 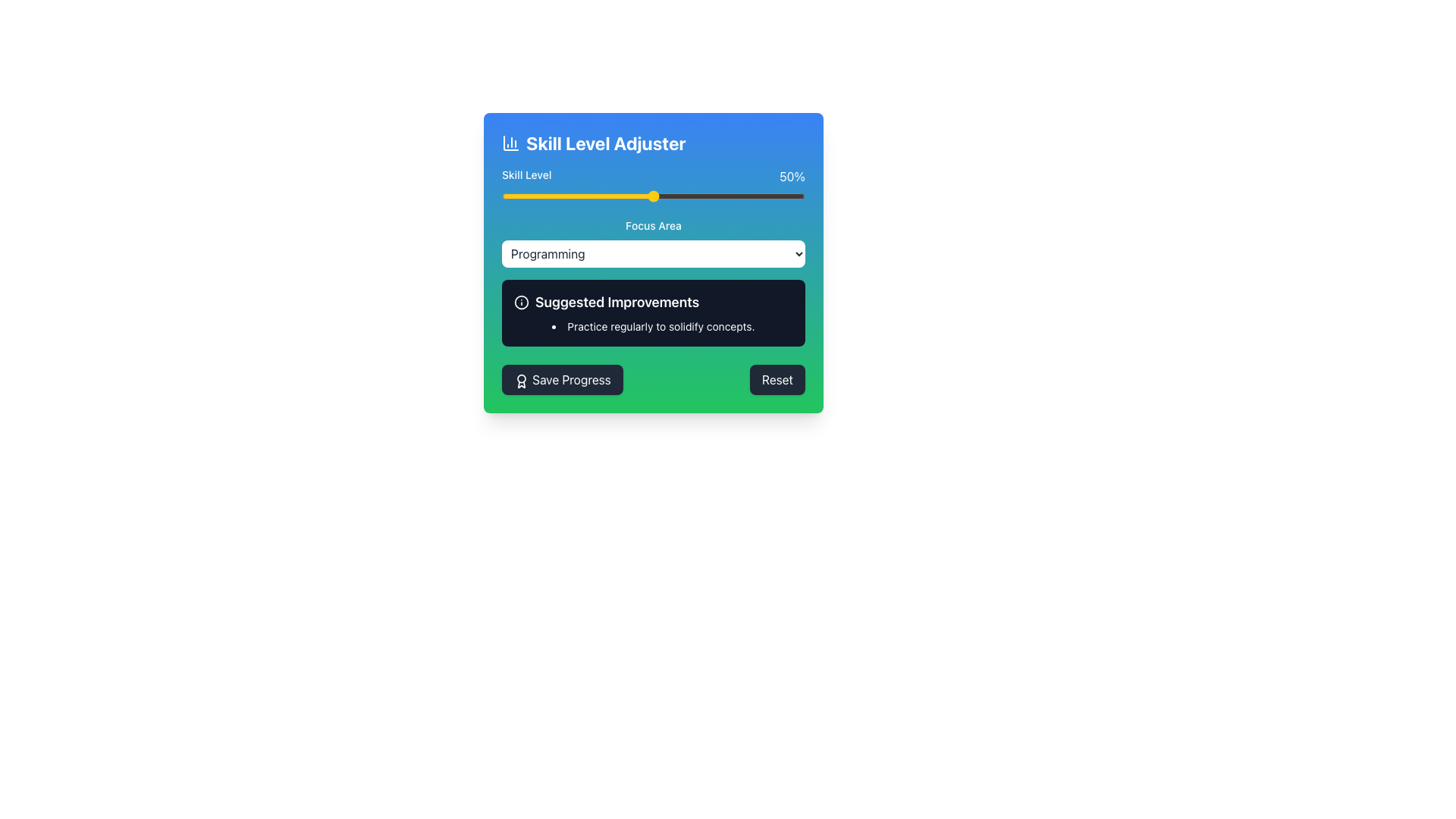 I want to click on the skill level, so click(x=644, y=195).